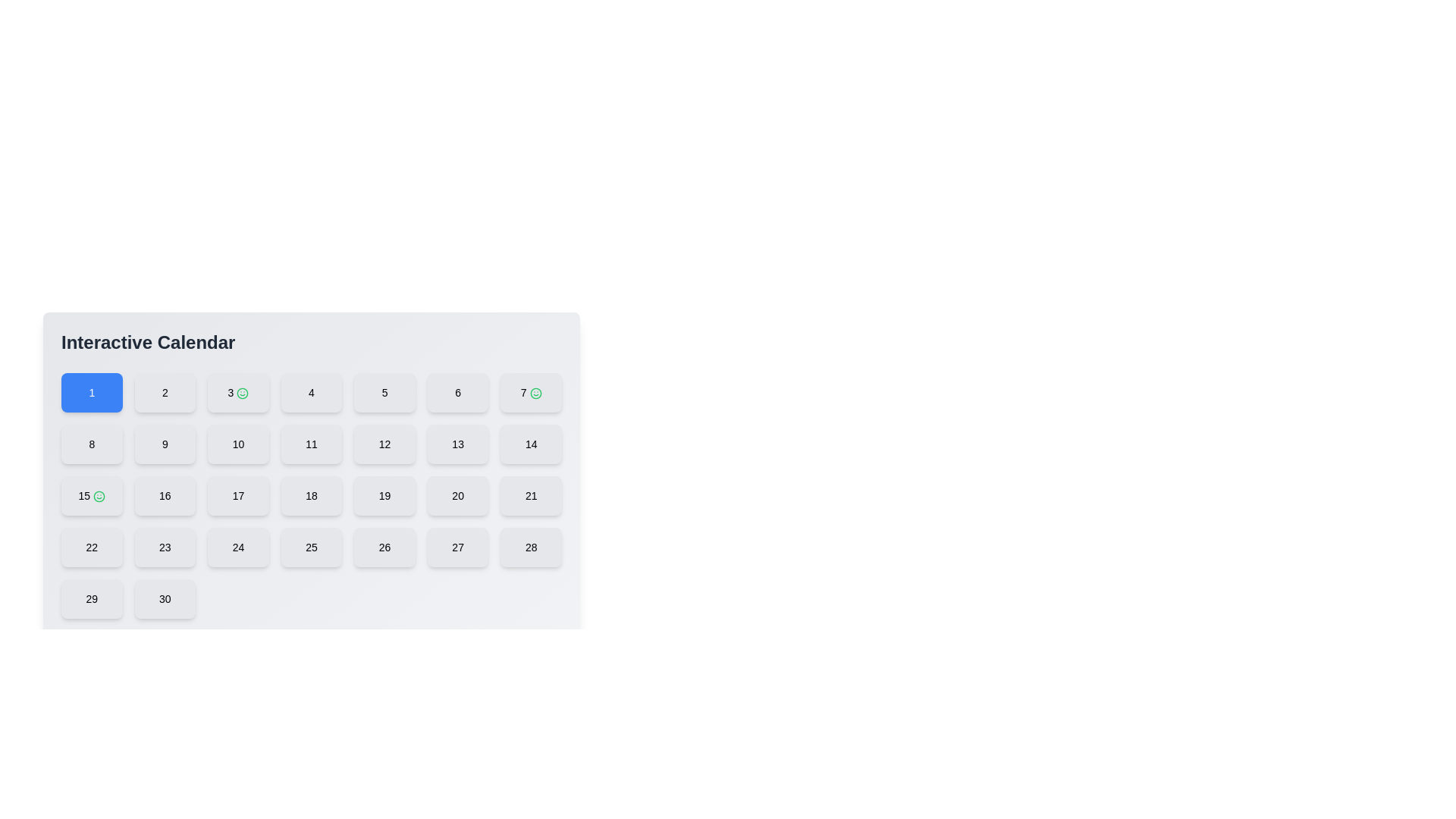 Image resolution: width=1456 pixels, height=819 pixels. I want to click on the clickable button representing the 23rd day in the calendar, so click(165, 547).